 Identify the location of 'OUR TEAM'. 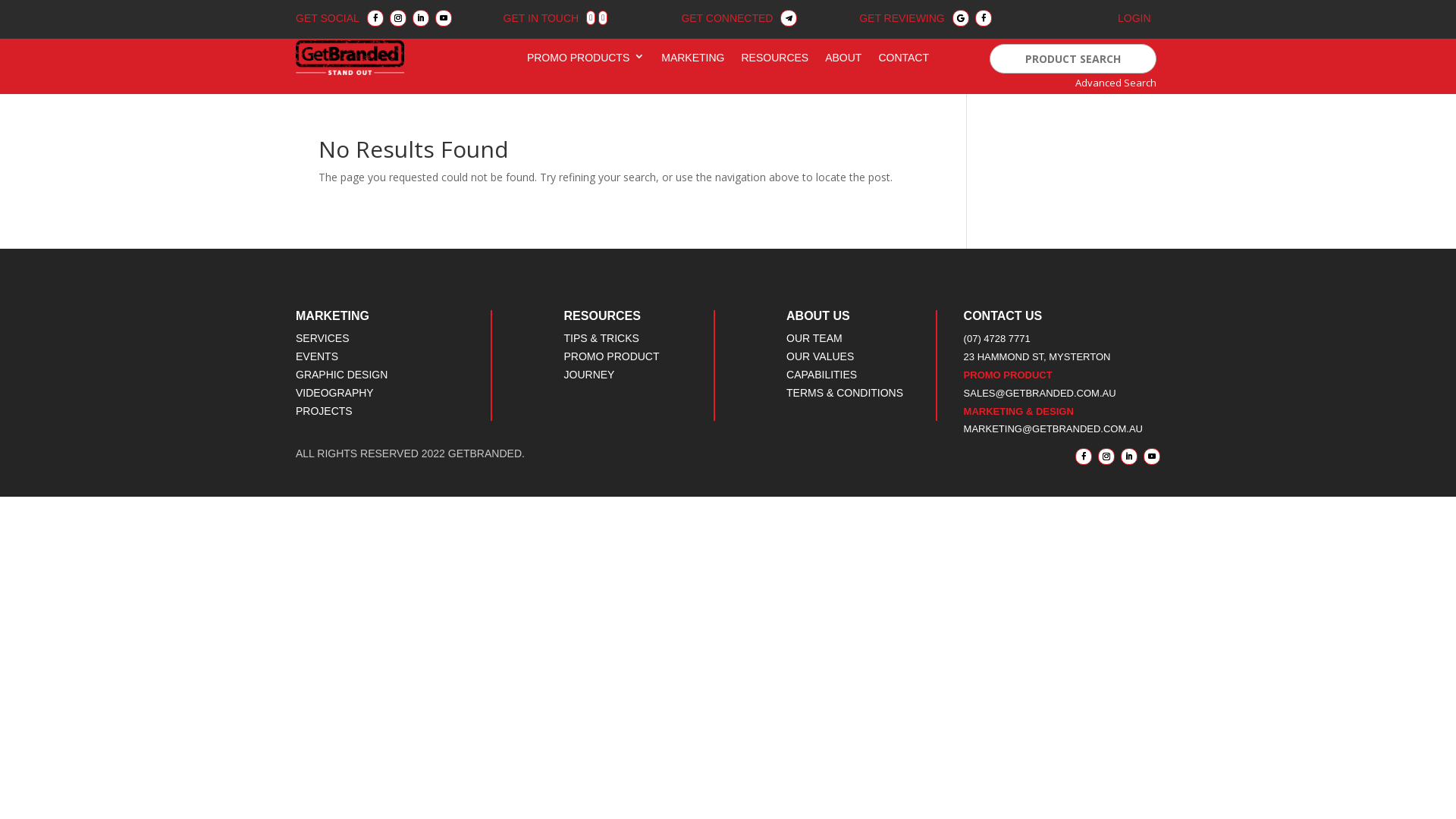
(814, 337).